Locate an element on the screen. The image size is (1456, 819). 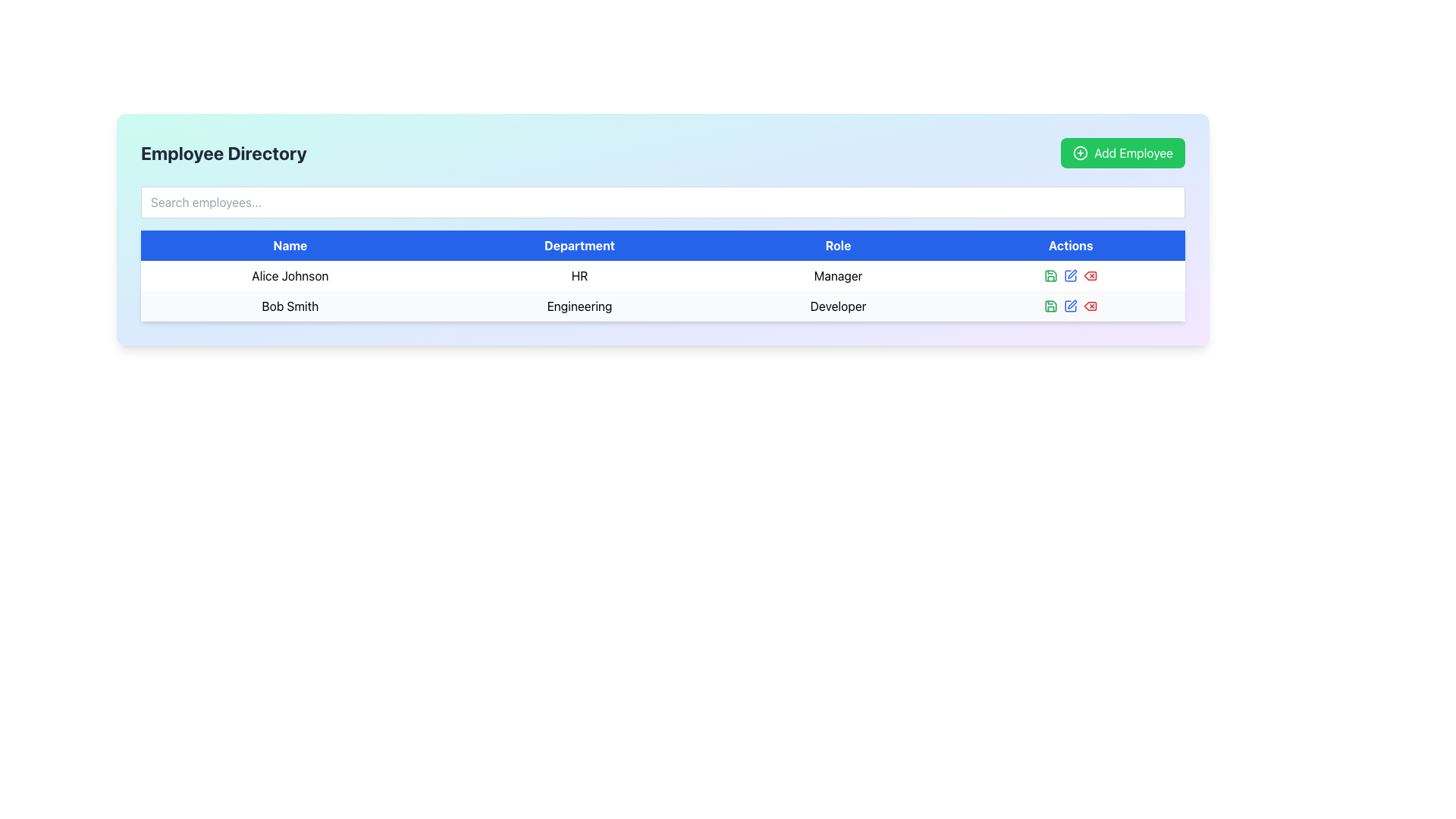
the edit icon button located in the 'Actions' column of the table row corresponding to the 'Manager' role is located at coordinates (1070, 275).